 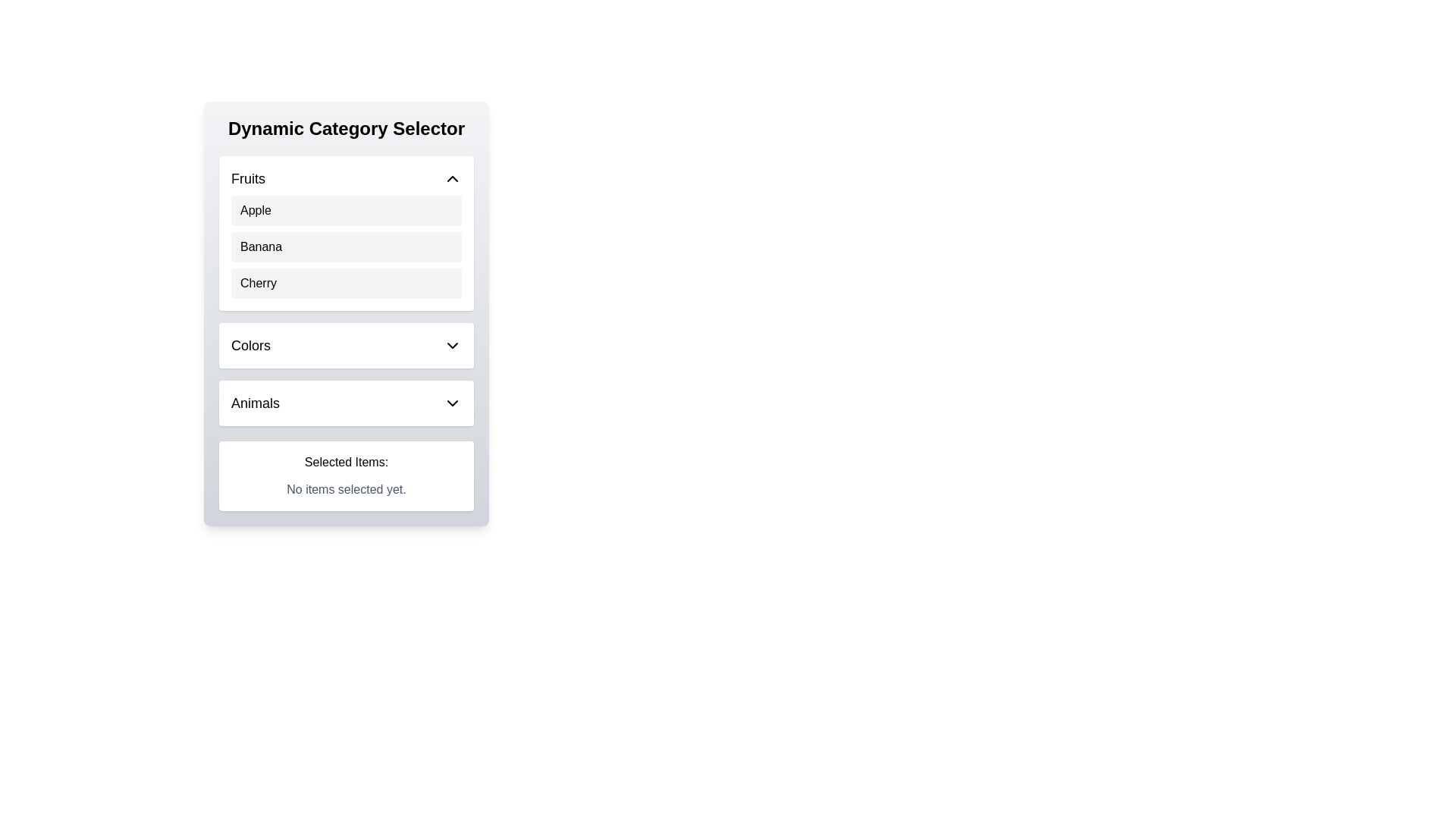 I want to click on the selectable list item for 'Cherry' in the 'Fruits' category, so click(x=258, y=284).